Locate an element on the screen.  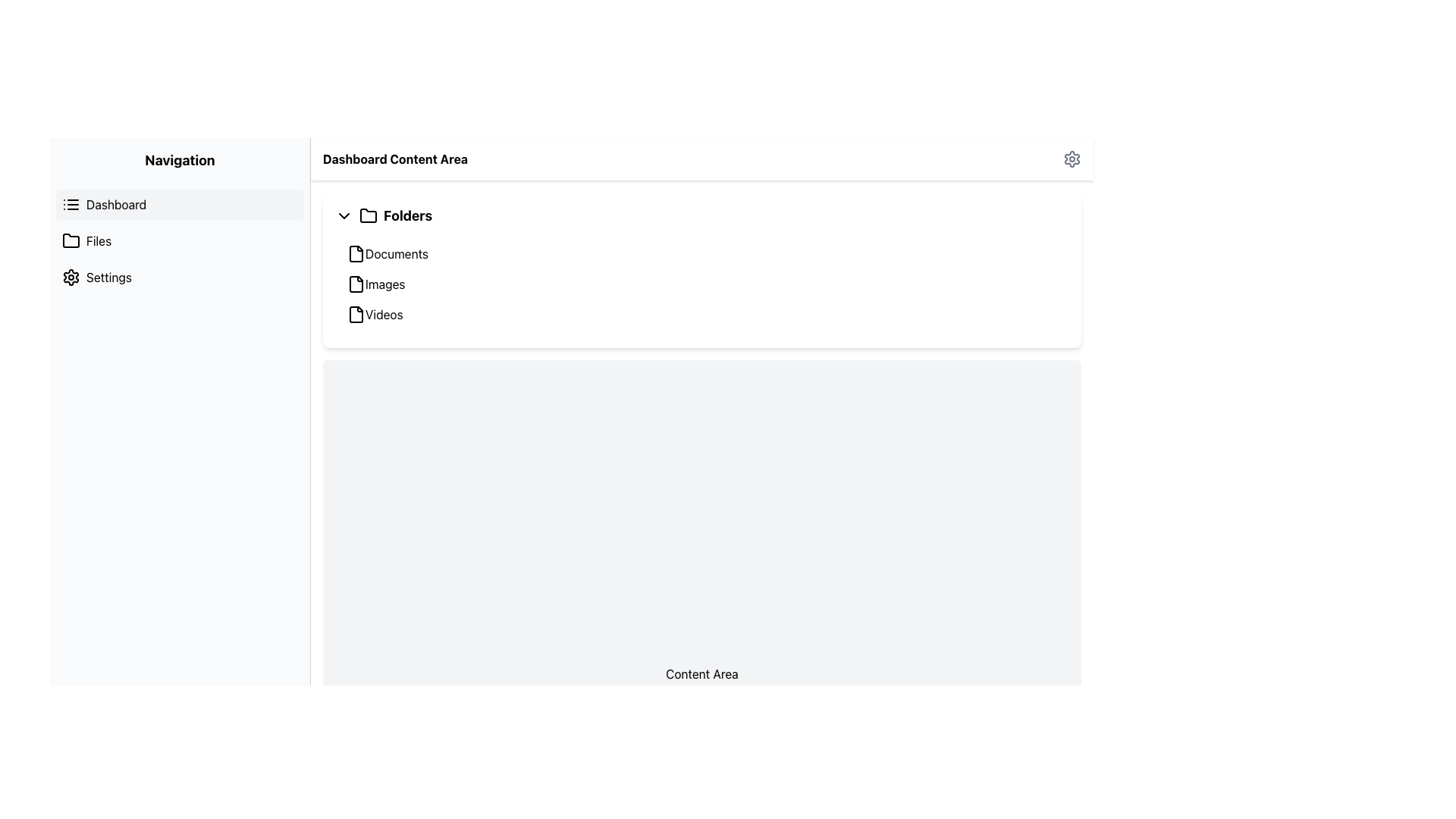
the document icon representing a file in the Dashboard Content Area is located at coordinates (356, 284).